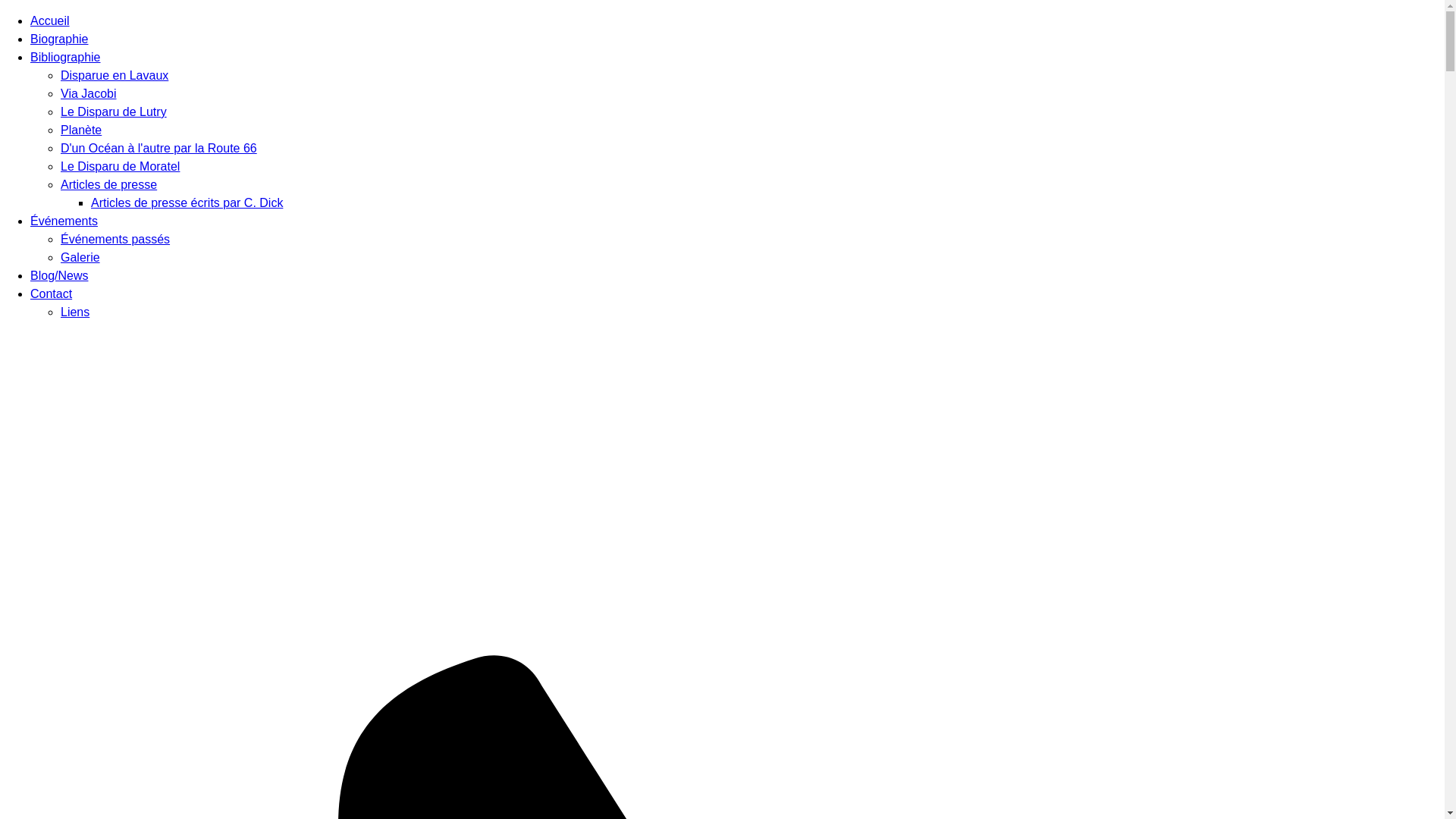 Image resolution: width=1456 pixels, height=819 pixels. What do you see at coordinates (119, 166) in the screenshot?
I see `'Le Disparu de Moratel'` at bounding box center [119, 166].